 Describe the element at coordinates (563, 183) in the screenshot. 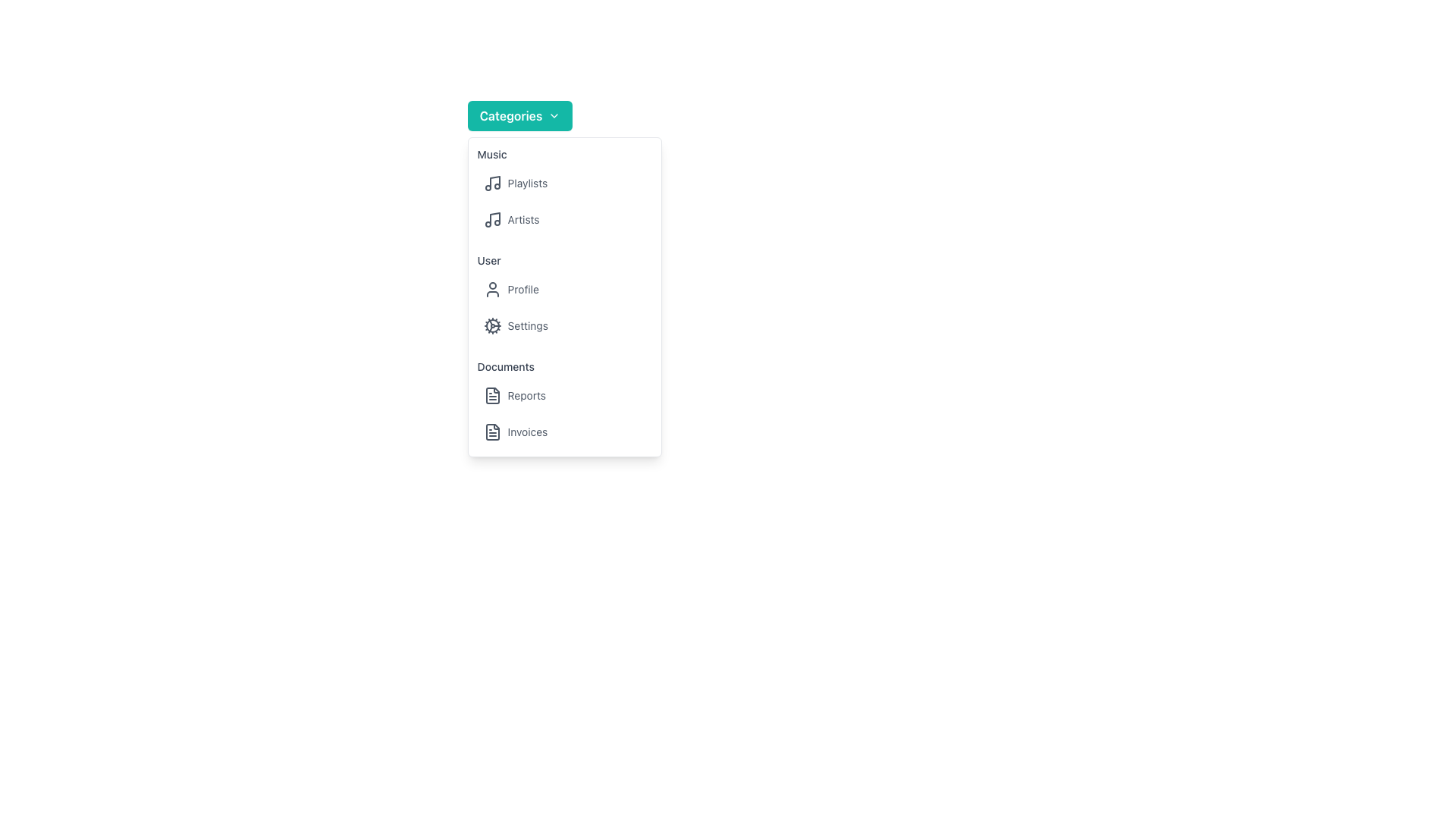

I see `the 'Playlists' button located in the 'Music' section` at that location.